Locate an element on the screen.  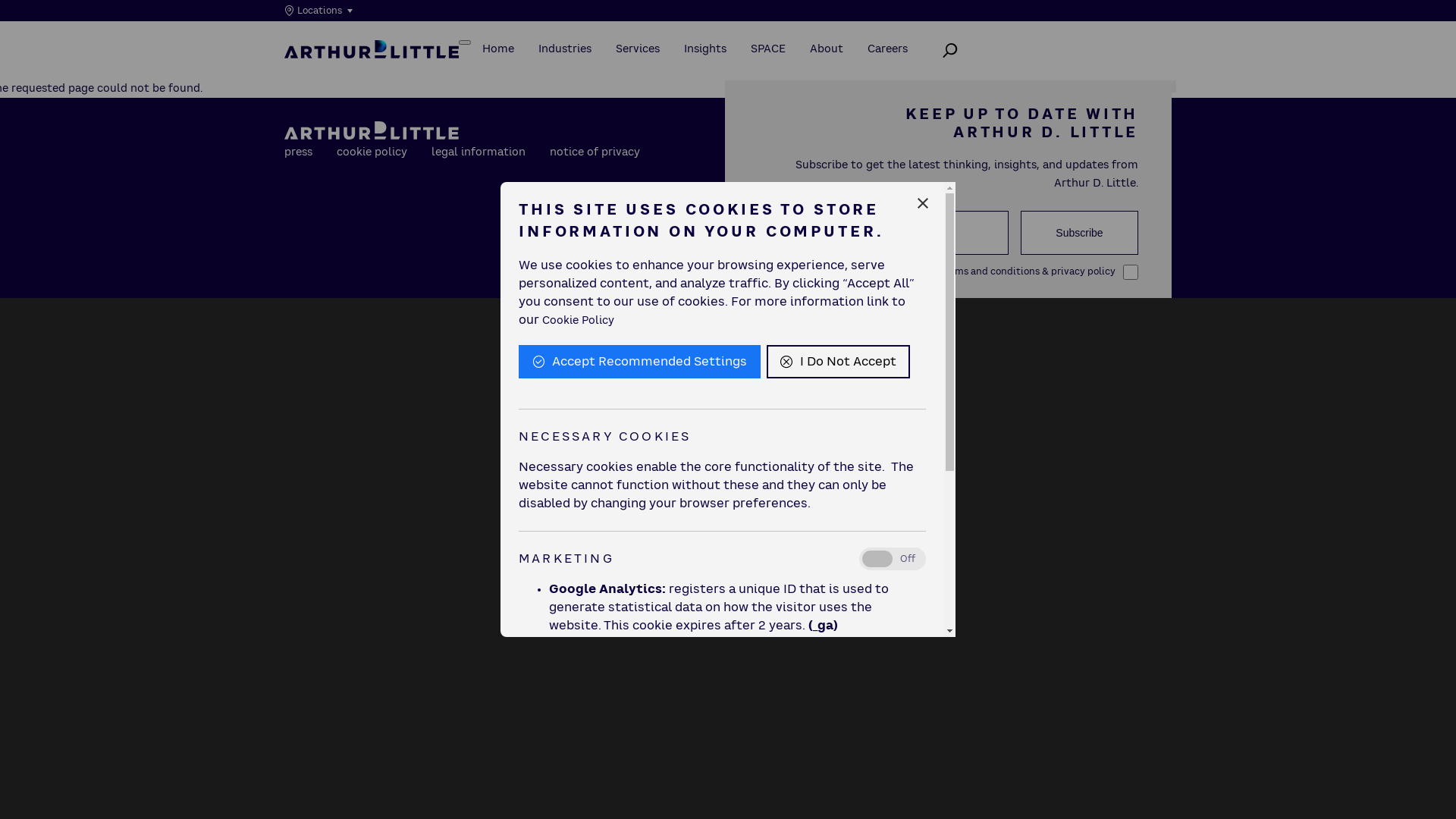
'Accept Recommended Settings' is located at coordinates (639, 362).